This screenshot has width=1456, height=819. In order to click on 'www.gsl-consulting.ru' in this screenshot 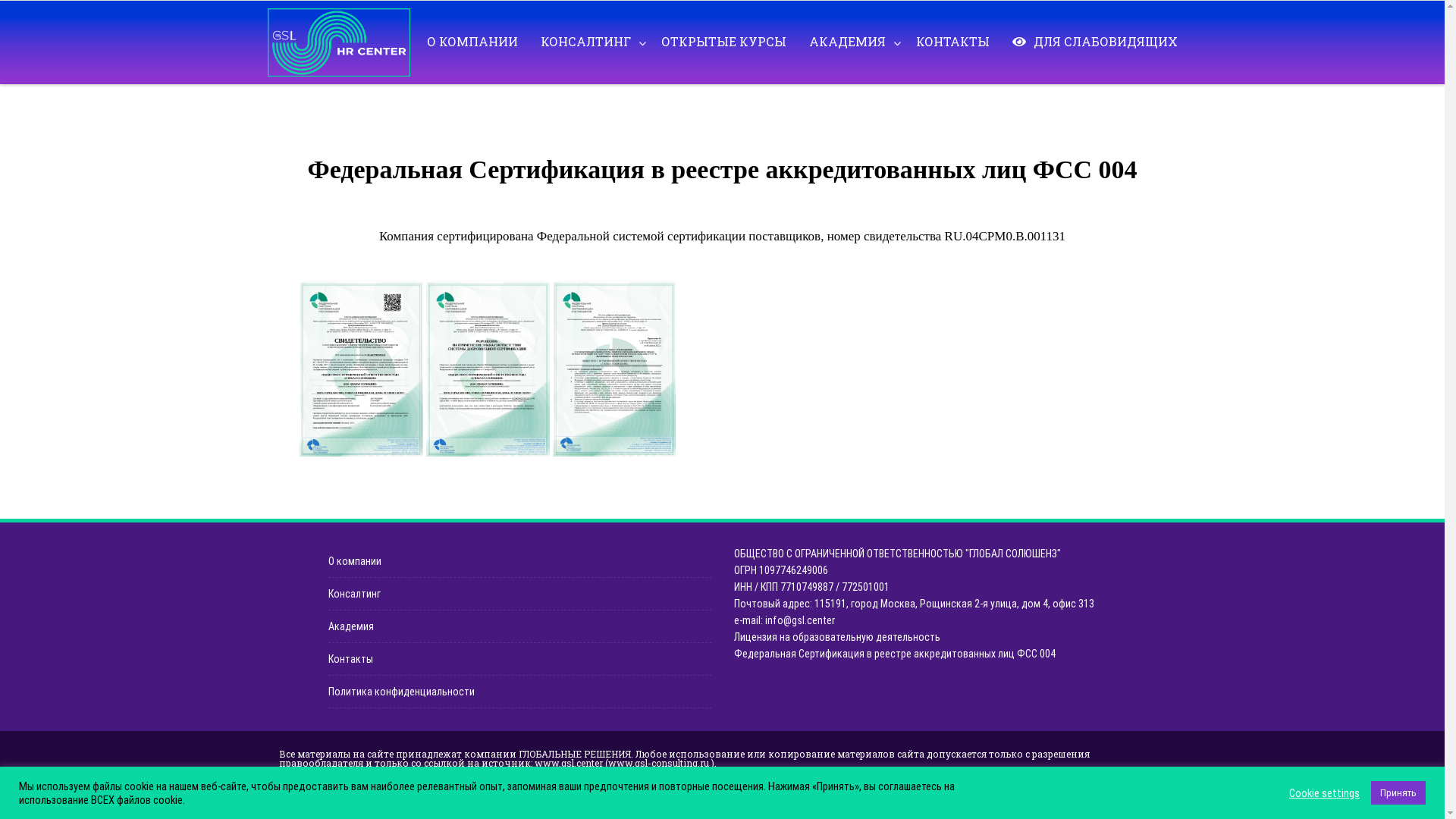, I will do `click(658, 763)`.